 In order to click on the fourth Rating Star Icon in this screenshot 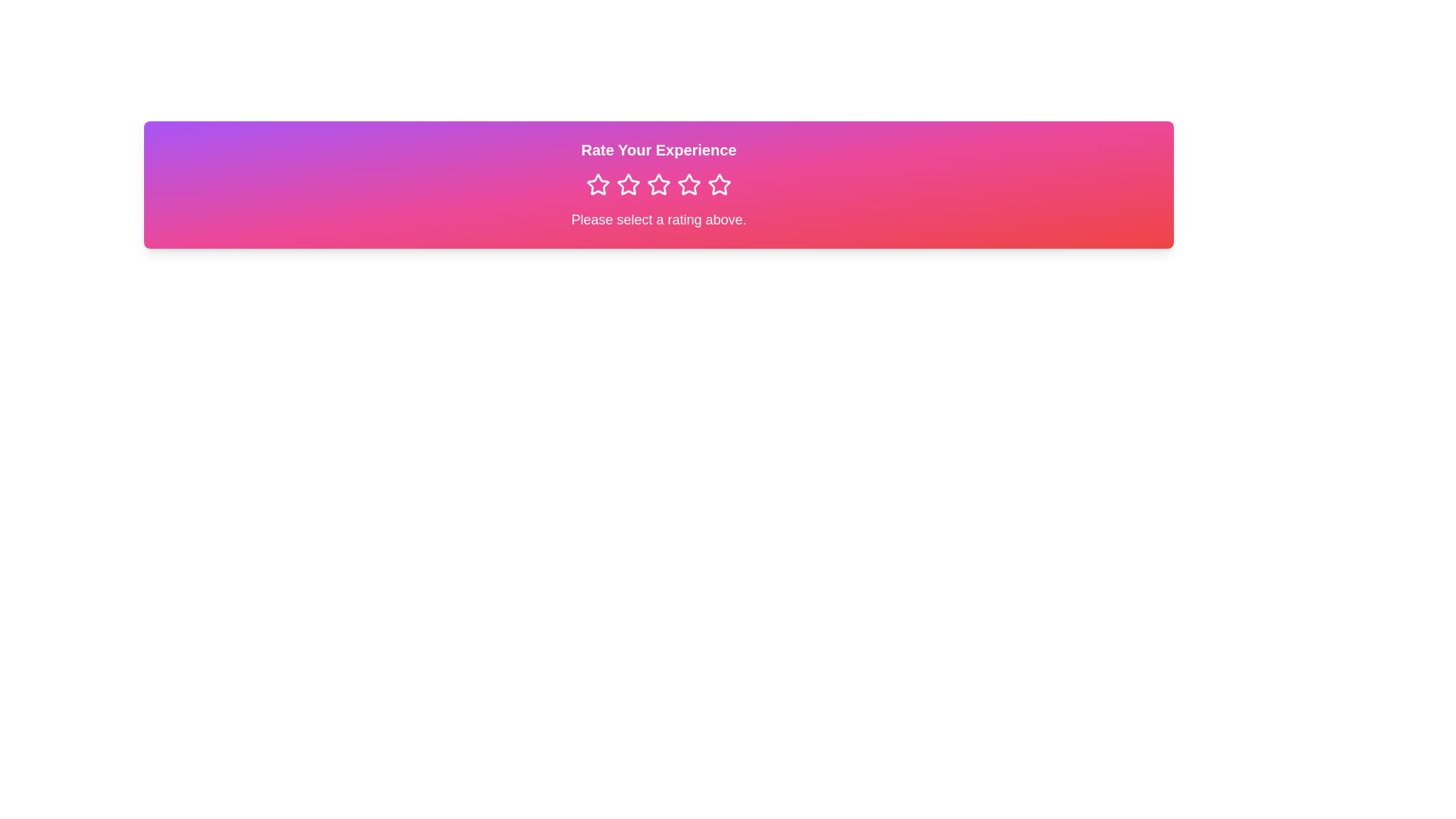, I will do `click(688, 184)`.